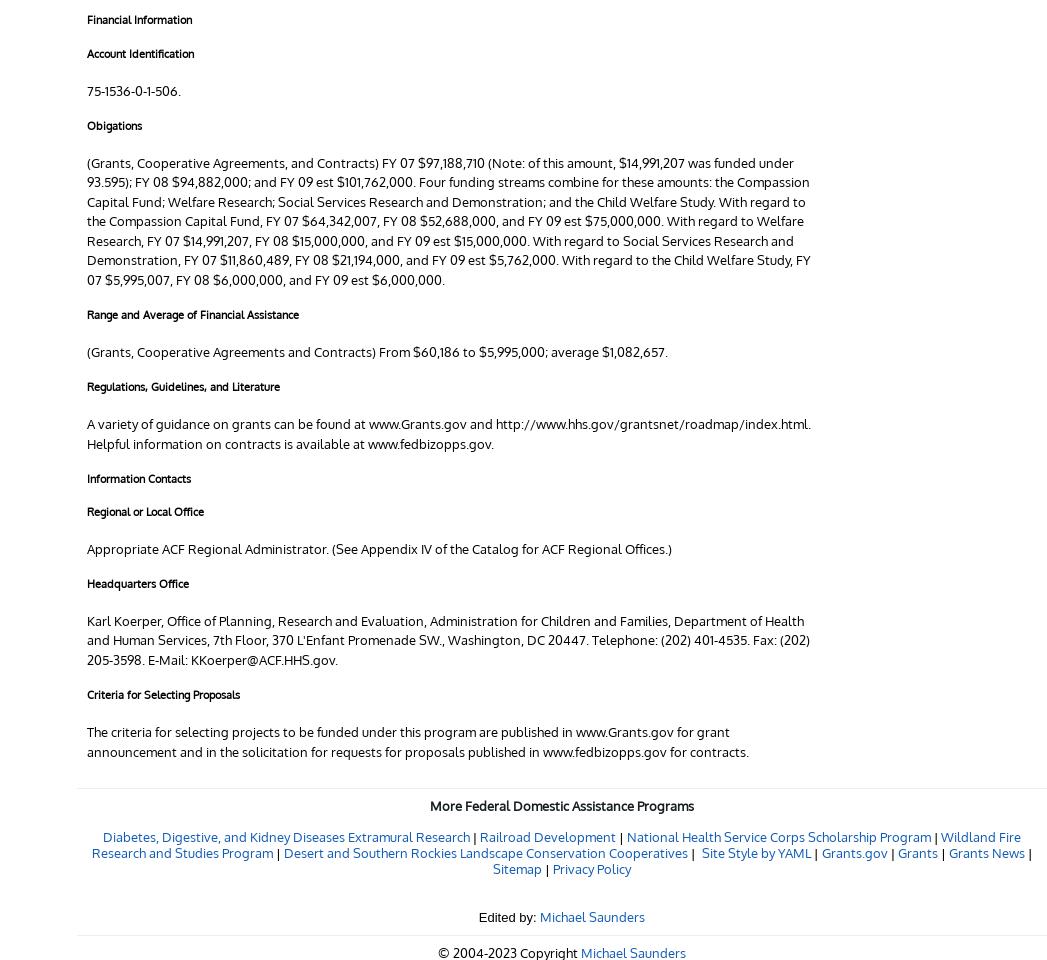 The height and width of the screenshot is (960, 1047). I want to click on 'More Federal Domestic Assistance Programs', so click(562, 804).